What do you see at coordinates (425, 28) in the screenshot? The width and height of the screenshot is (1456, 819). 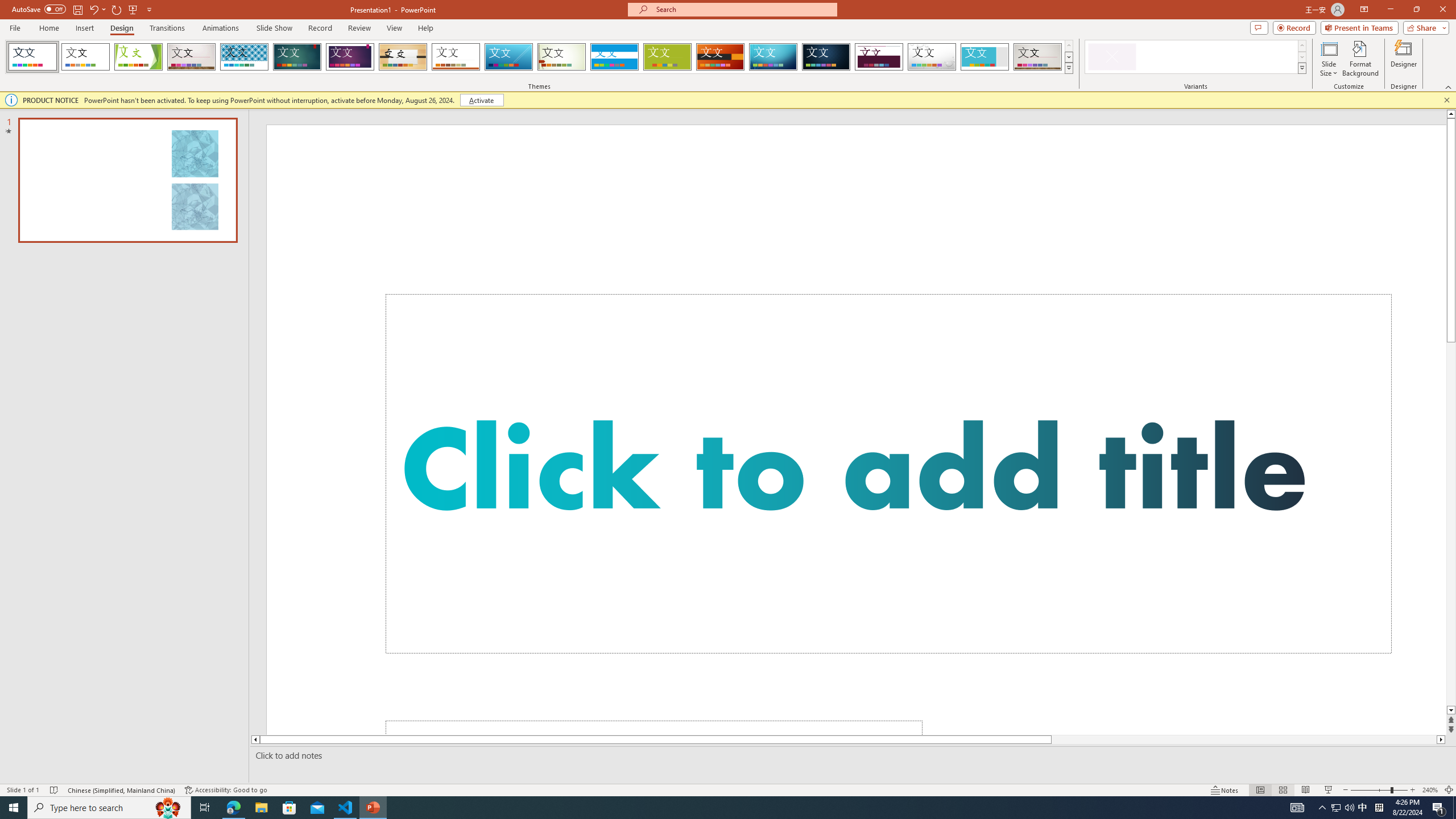 I see `'Help'` at bounding box center [425, 28].